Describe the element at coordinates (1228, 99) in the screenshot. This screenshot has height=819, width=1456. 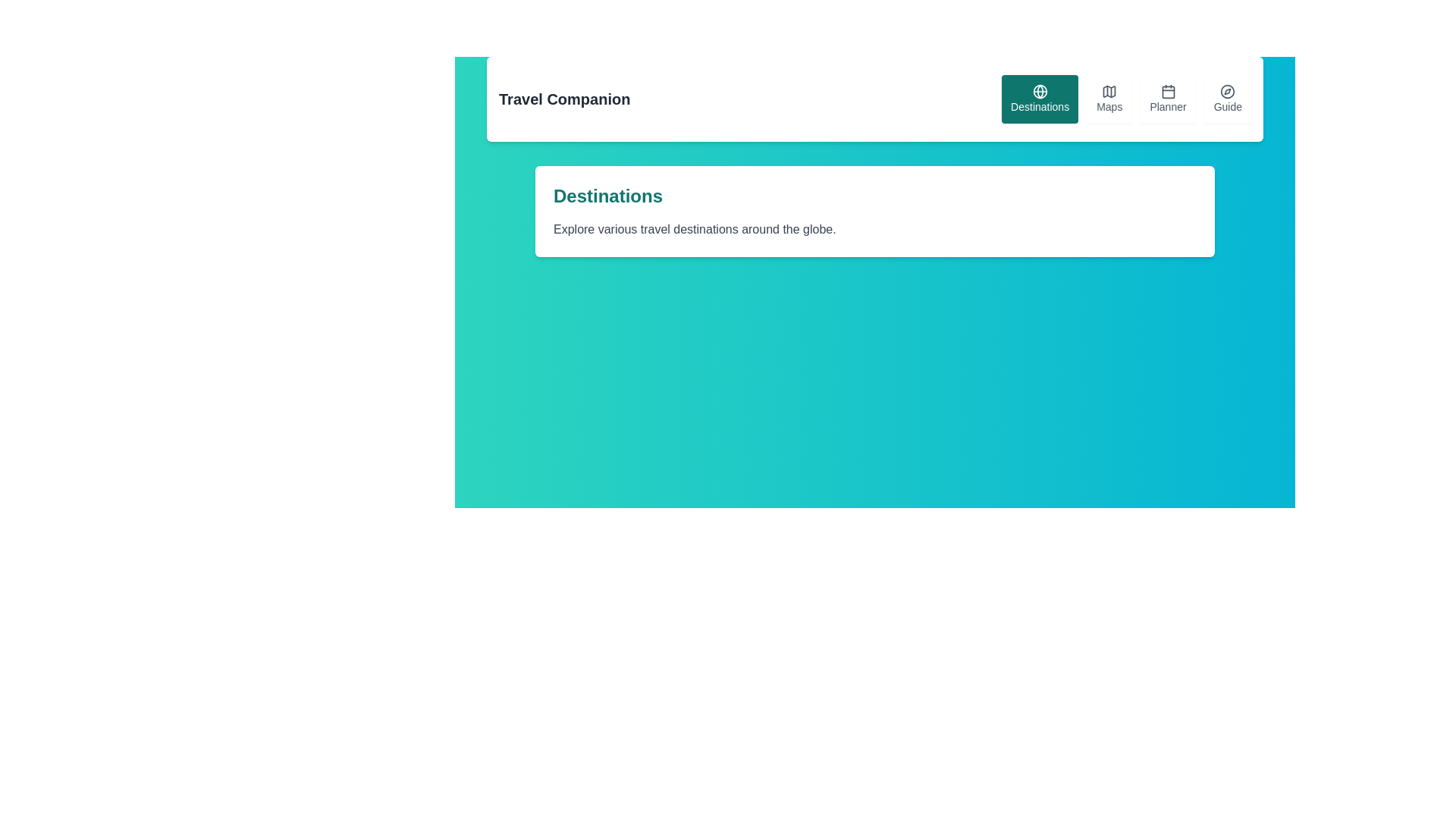
I see `the 'Guide' button located on the rightmost side of the navigation bar` at that location.